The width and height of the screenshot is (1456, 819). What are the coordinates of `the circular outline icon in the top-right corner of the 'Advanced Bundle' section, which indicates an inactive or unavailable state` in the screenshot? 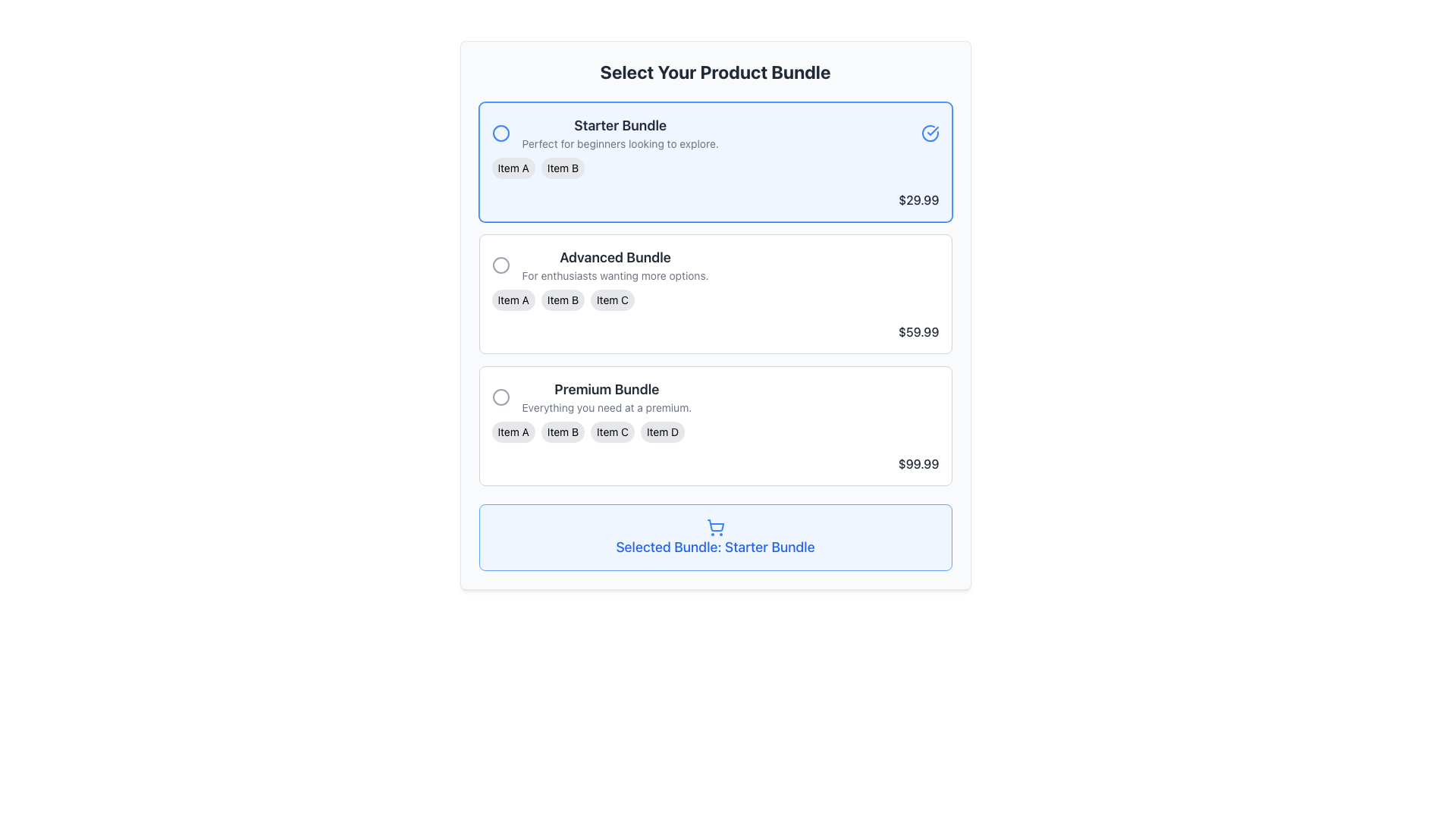 It's located at (500, 265).